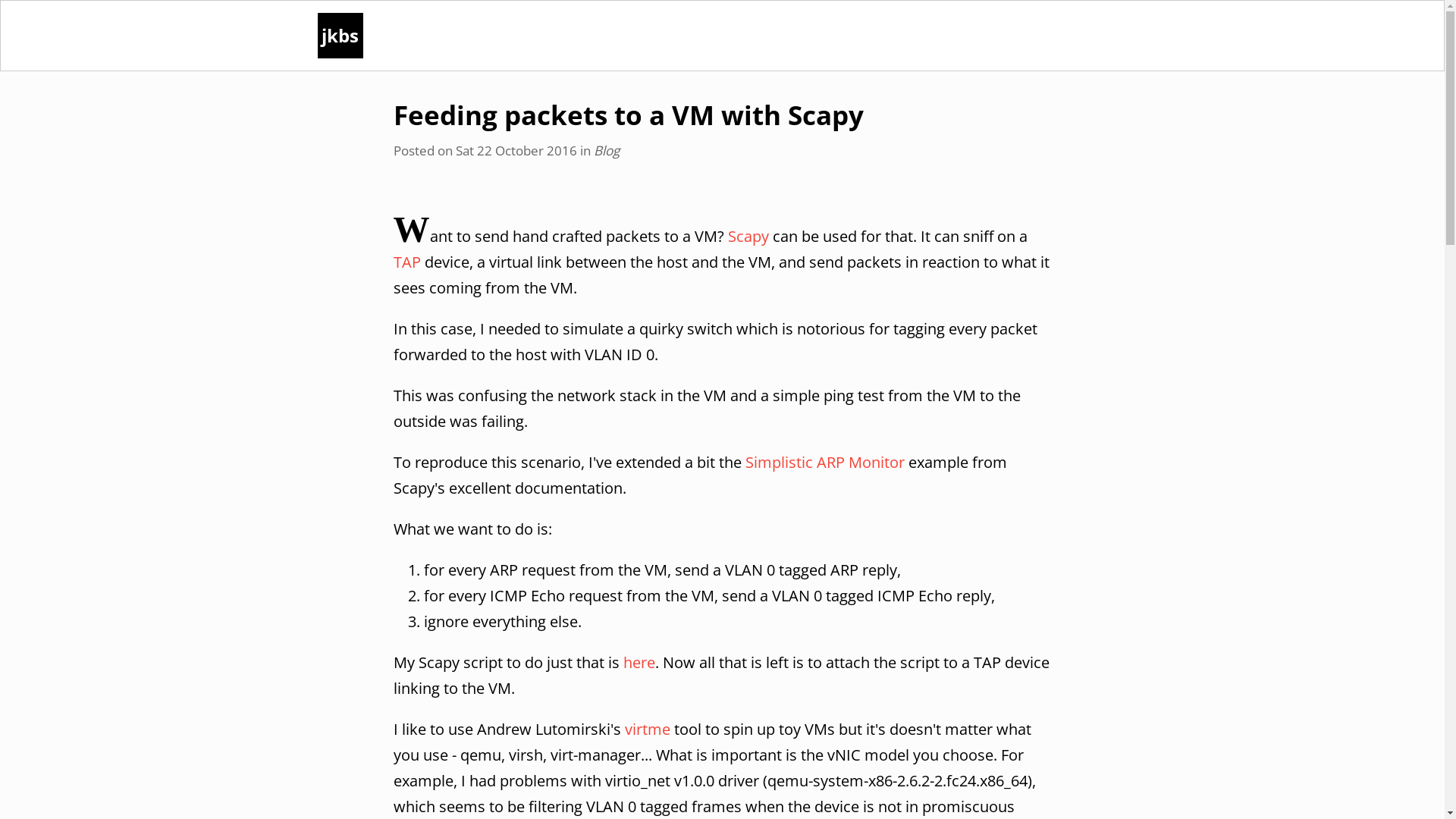 The image size is (1456, 819). Describe the element at coordinates (823, 461) in the screenshot. I see `'Simplistic ARP Monitor'` at that location.